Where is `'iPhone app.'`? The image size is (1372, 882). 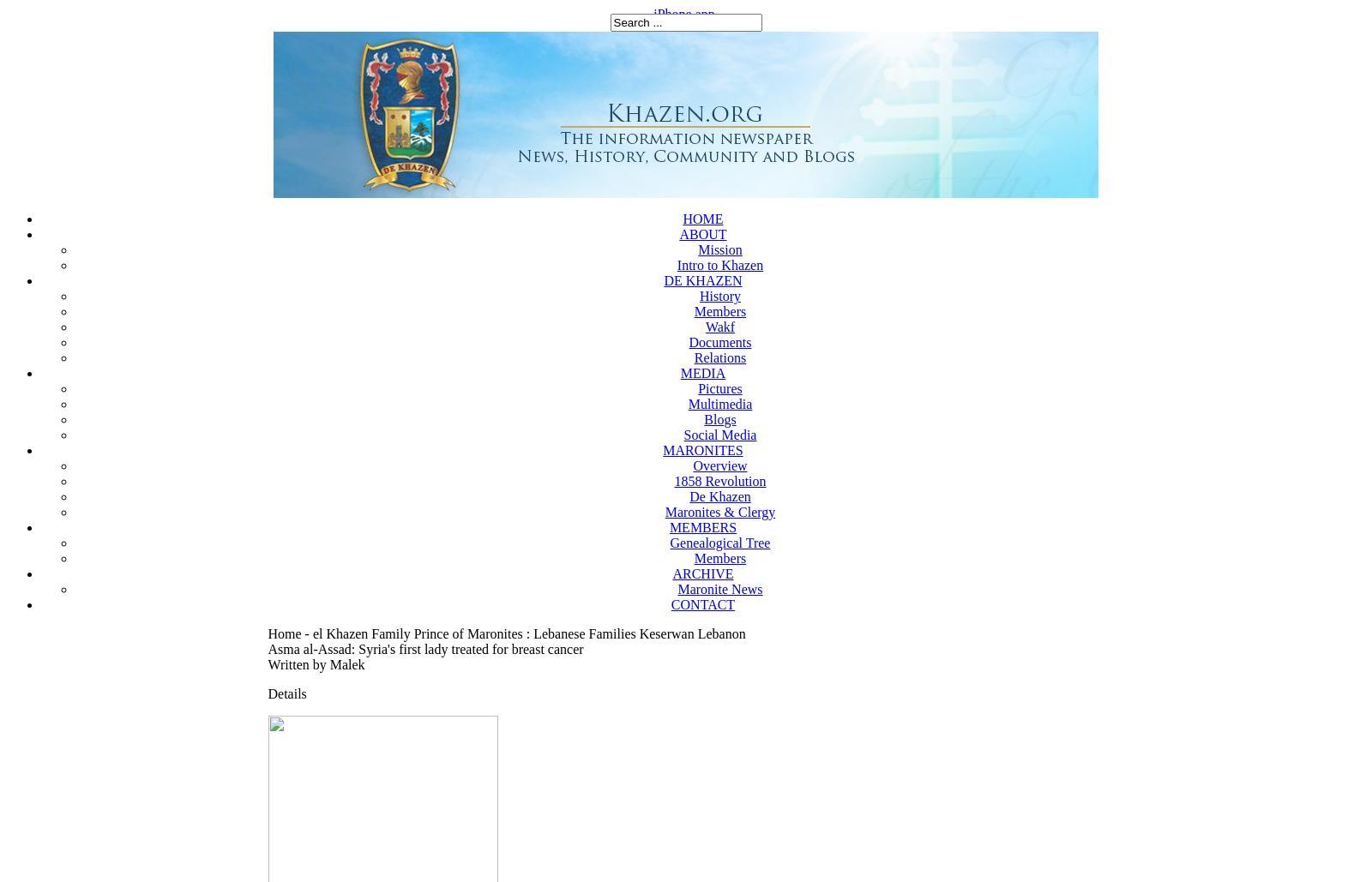 'iPhone app.' is located at coordinates (685, 14).